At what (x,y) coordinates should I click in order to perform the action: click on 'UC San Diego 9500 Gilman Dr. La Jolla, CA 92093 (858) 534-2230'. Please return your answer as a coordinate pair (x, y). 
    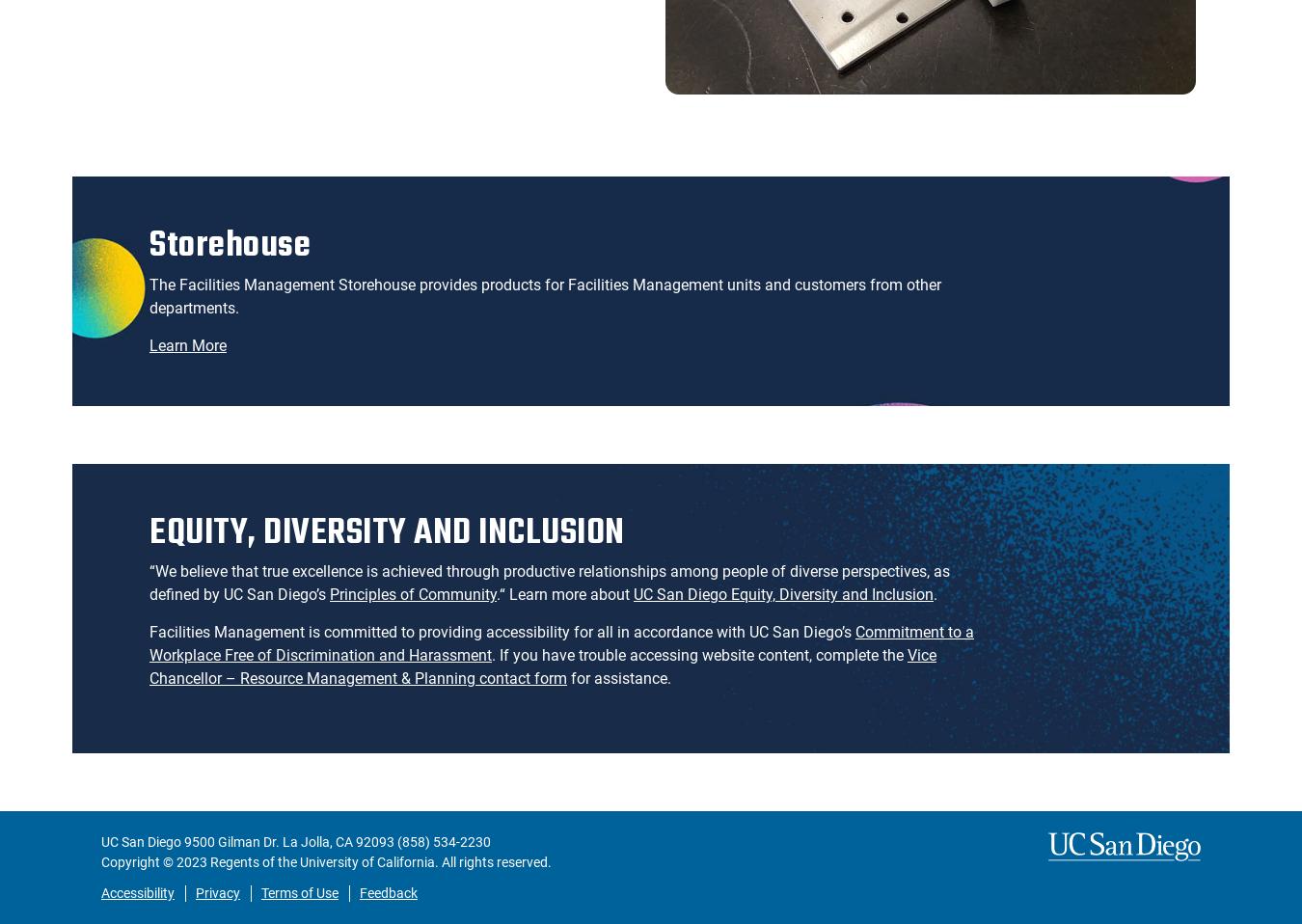
    Looking at the image, I should click on (100, 840).